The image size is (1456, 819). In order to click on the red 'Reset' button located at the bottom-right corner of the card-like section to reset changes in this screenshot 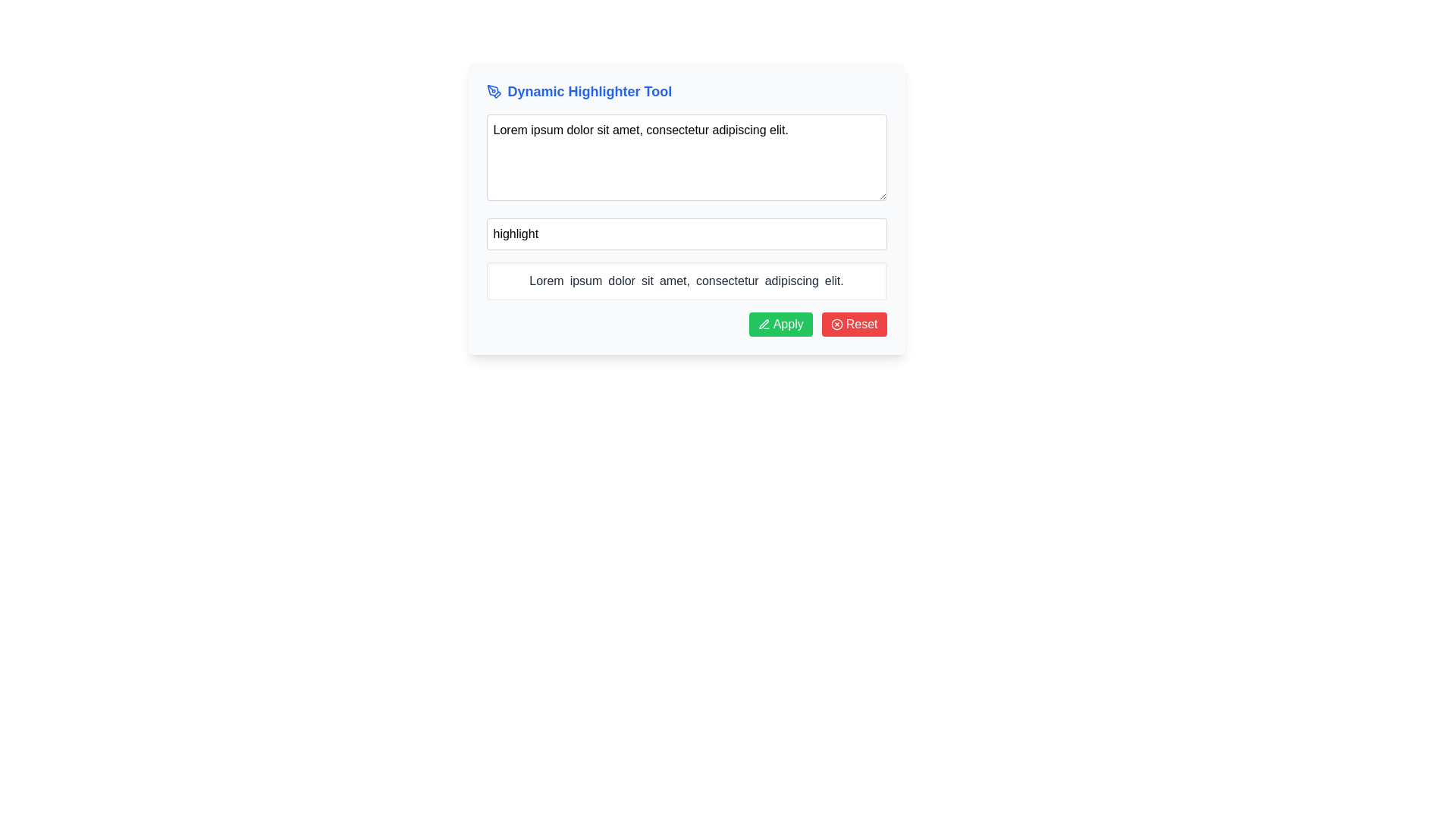, I will do `click(854, 324)`.